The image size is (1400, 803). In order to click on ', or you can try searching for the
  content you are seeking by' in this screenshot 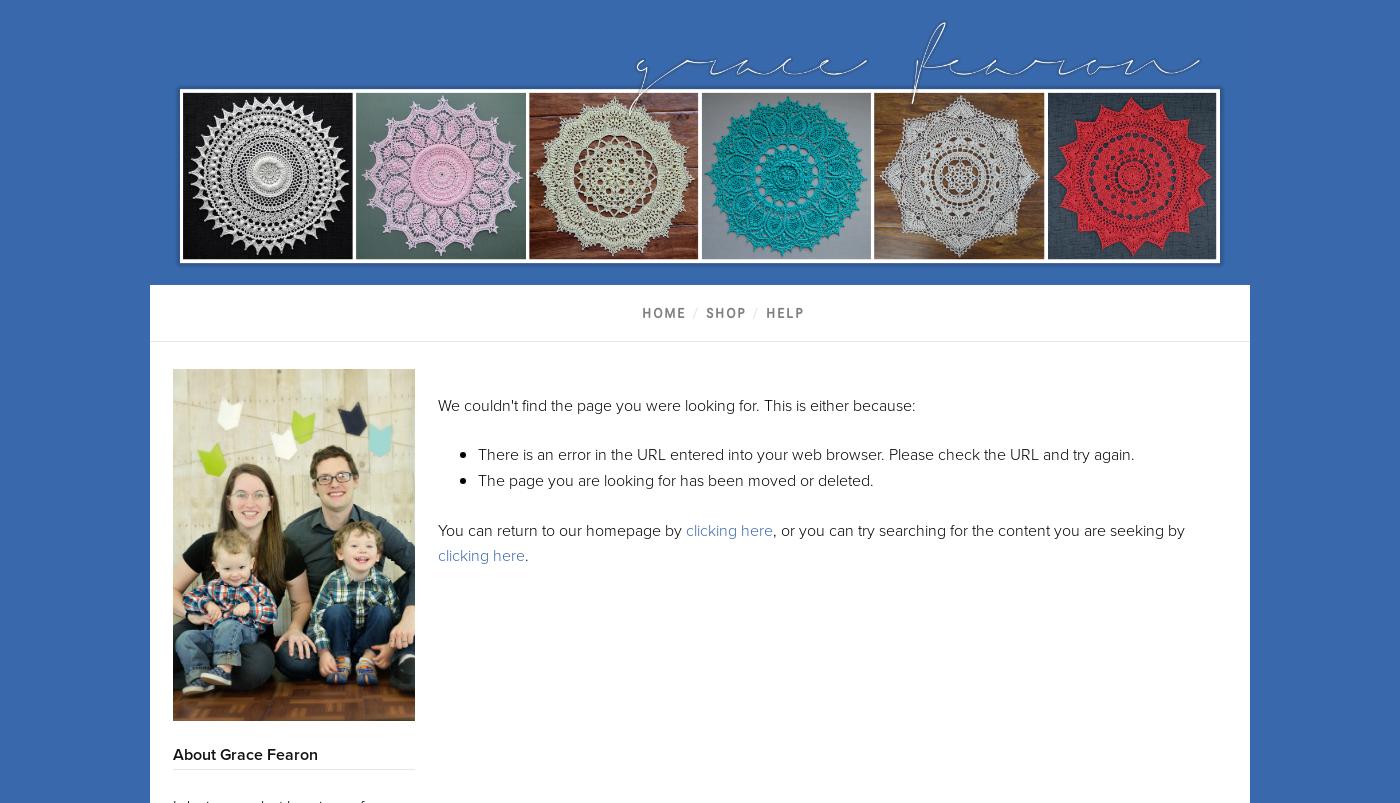, I will do `click(979, 528)`.